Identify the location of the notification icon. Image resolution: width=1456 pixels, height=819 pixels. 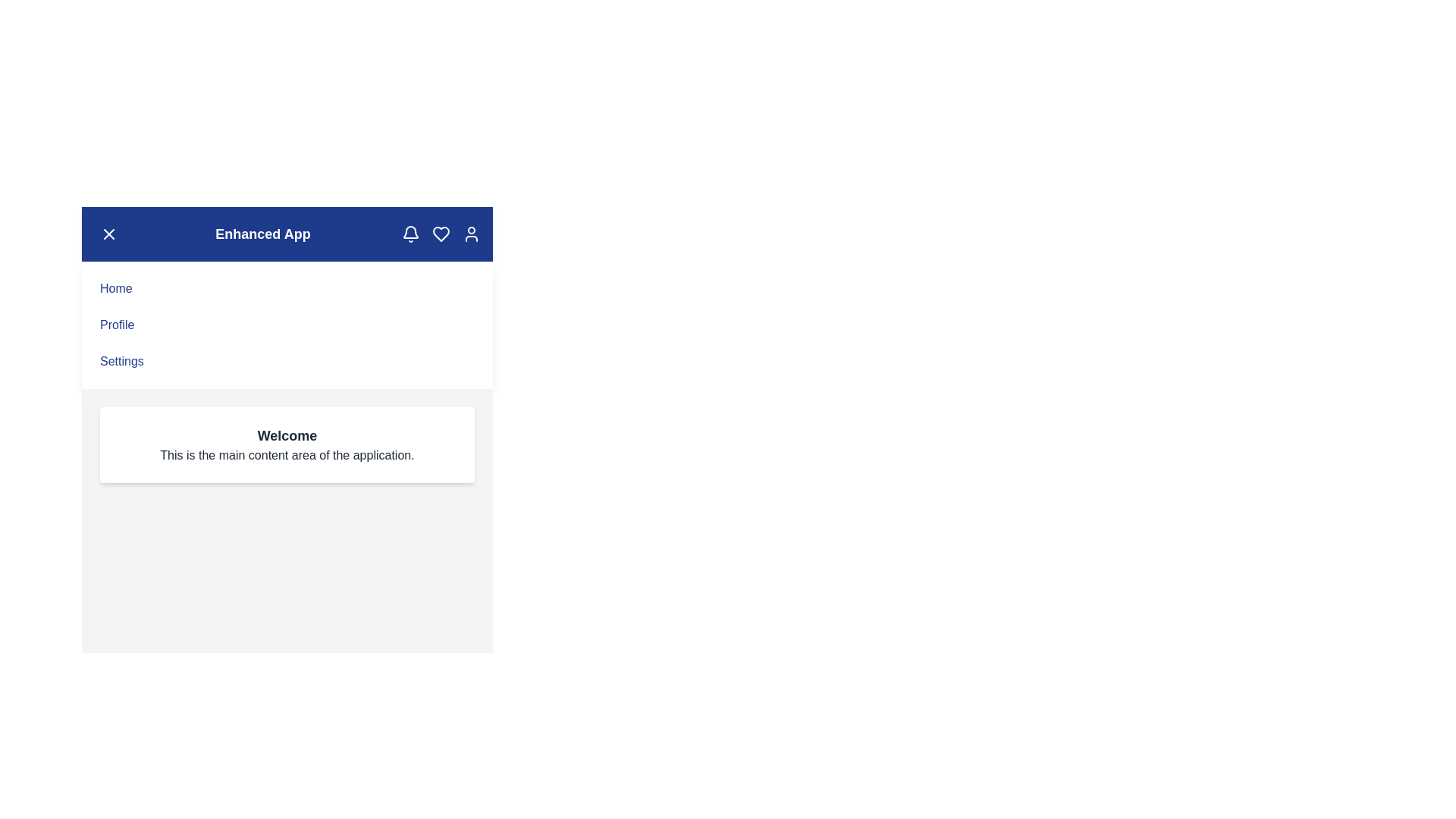
(411, 234).